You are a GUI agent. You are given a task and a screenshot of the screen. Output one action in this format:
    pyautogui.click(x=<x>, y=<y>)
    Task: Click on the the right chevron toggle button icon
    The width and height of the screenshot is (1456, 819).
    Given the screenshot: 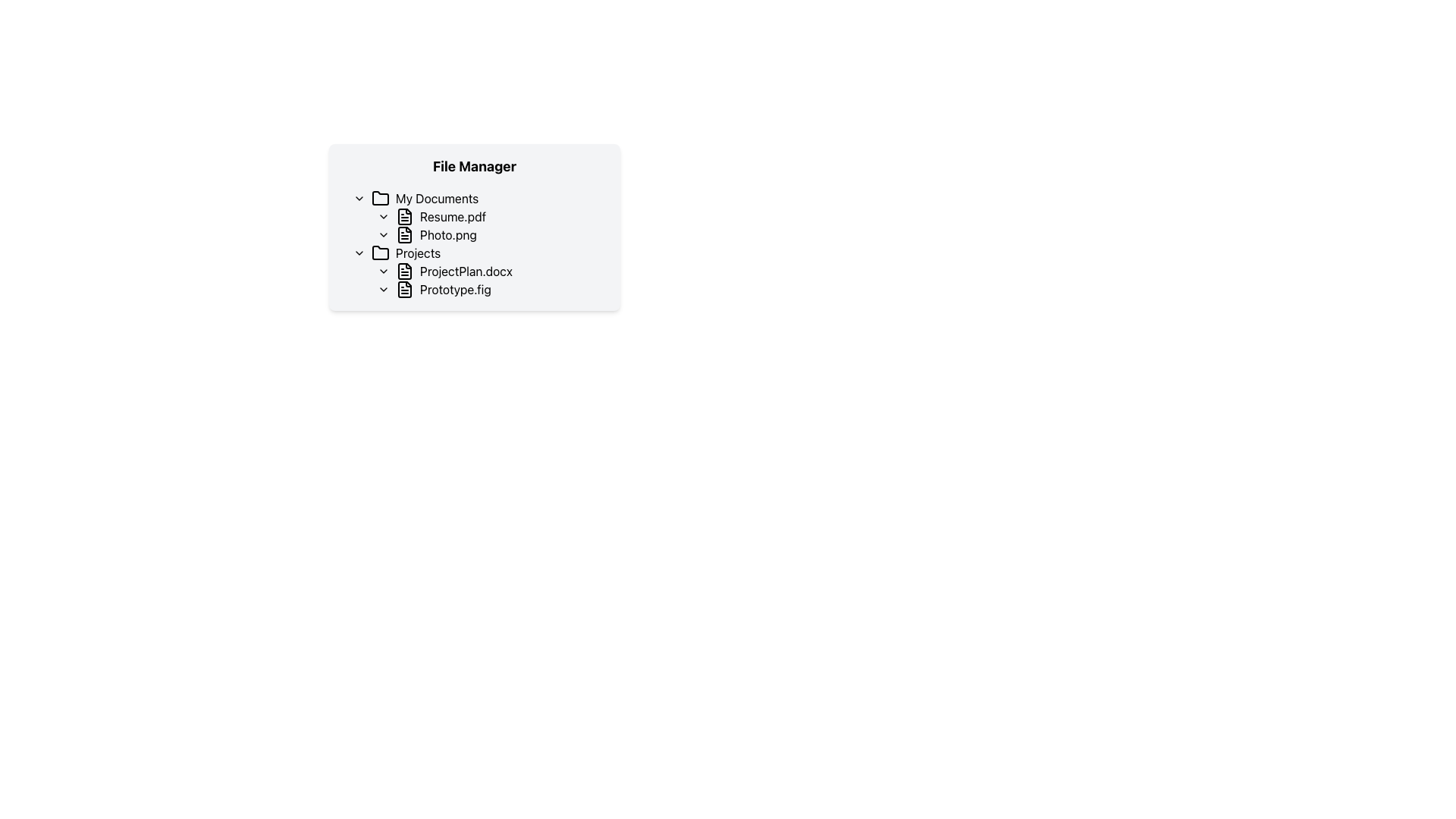 What is the action you would take?
    pyautogui.click(x=359, y=253)
    